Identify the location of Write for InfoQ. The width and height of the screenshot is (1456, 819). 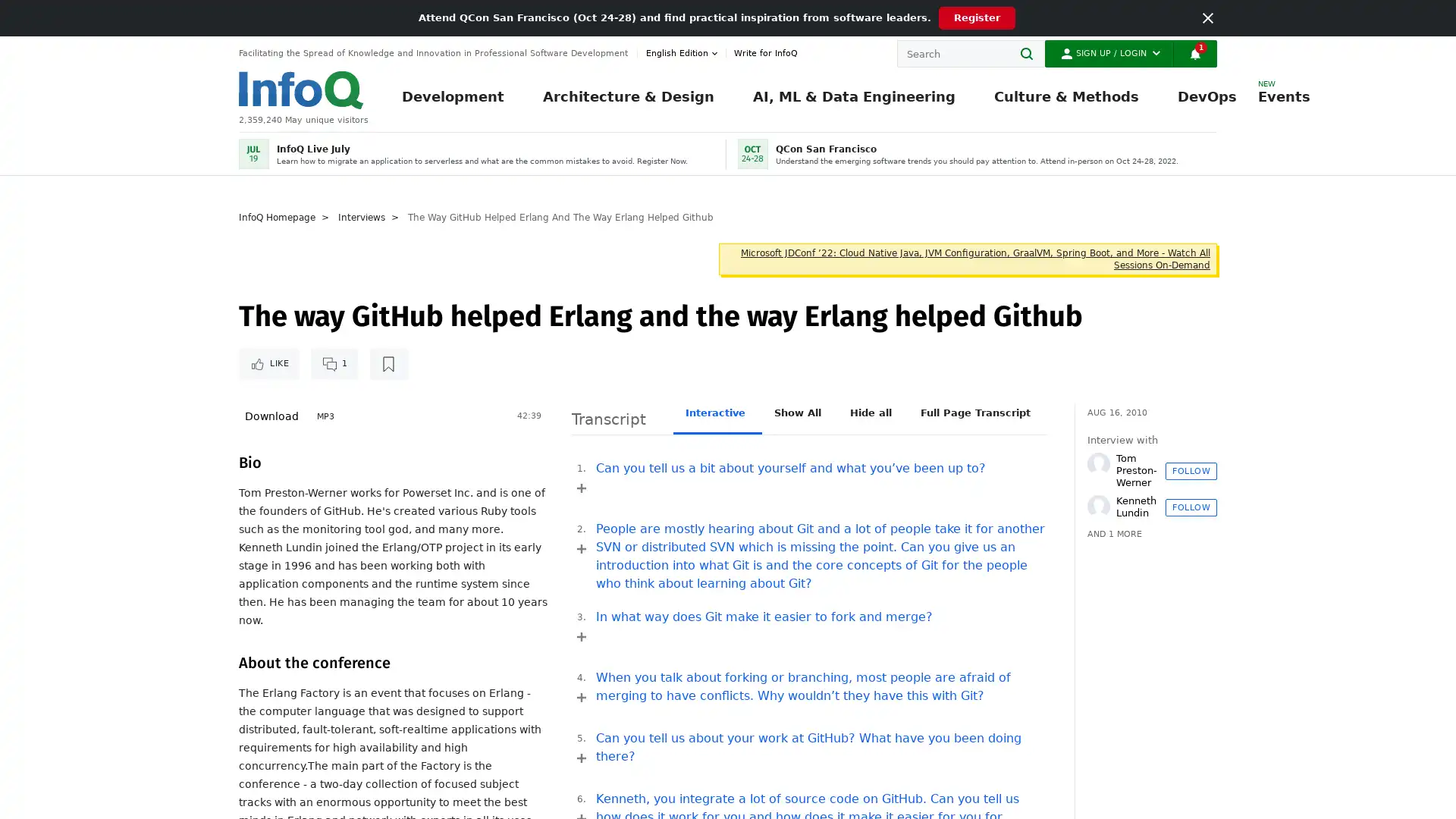
(761, 52).